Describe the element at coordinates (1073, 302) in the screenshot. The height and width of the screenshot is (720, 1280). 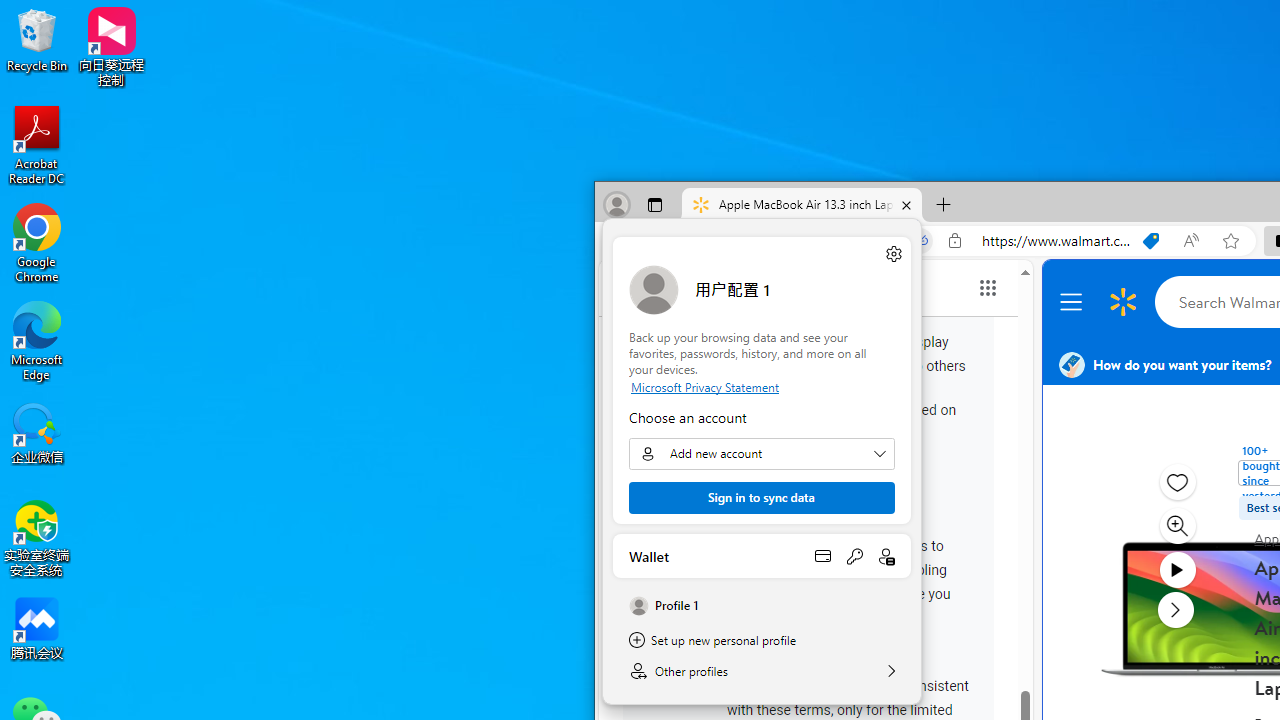
I see `'Menu'` at that location.